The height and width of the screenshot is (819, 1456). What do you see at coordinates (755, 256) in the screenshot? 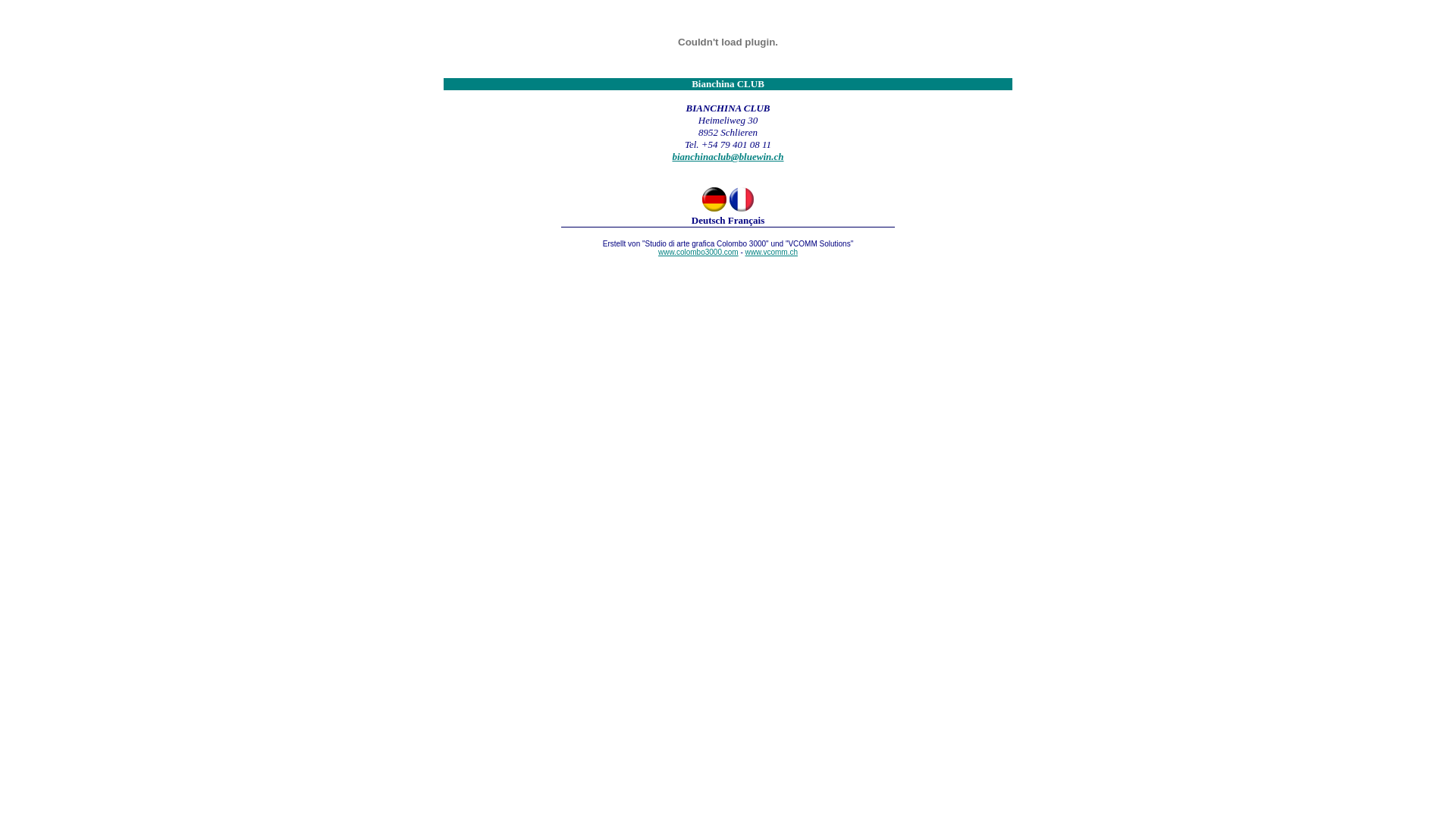
I see `'www.colombo3000.com'` at bounding box center [755, 256].